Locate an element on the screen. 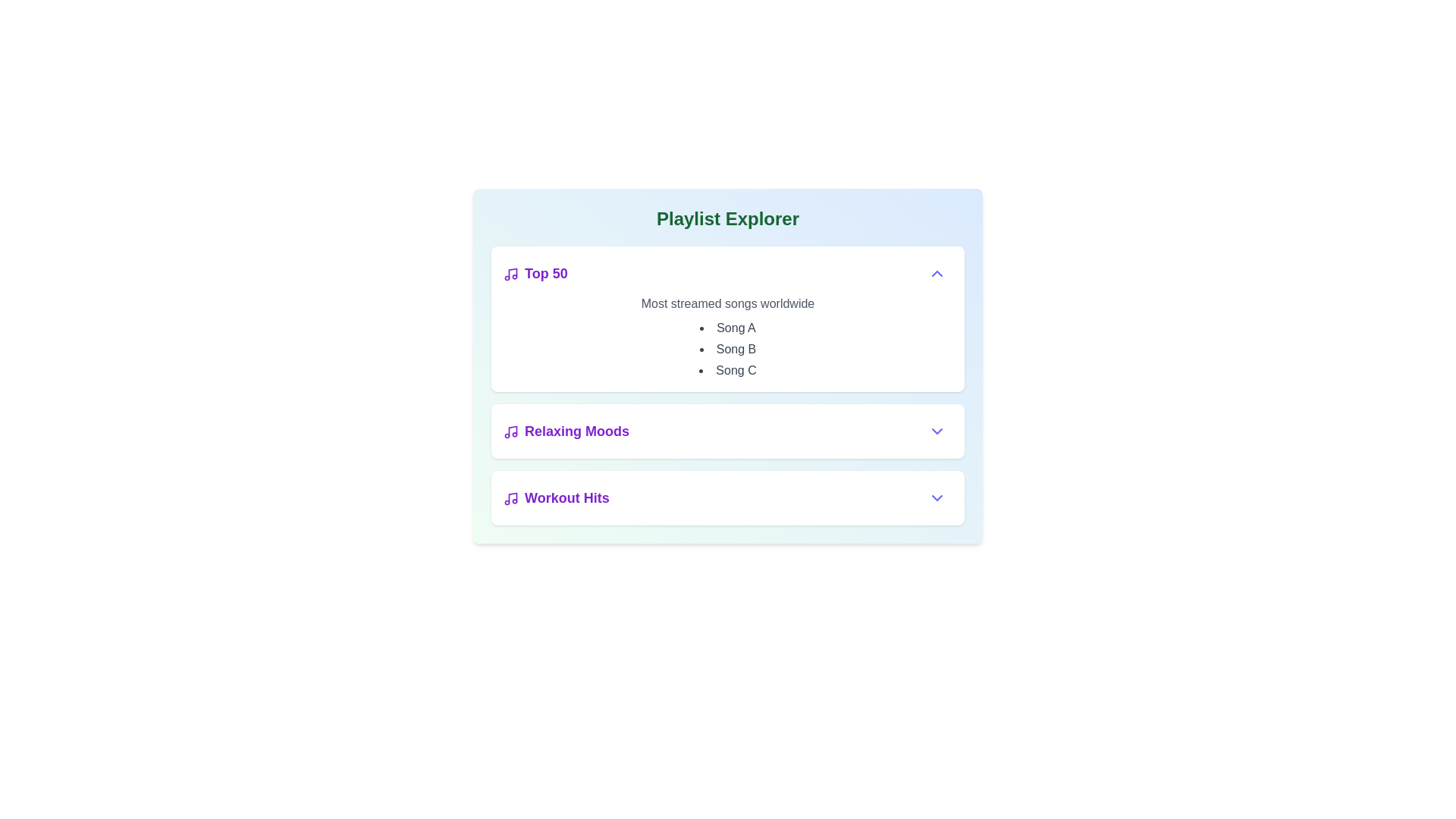 This screenshot has height=819, width=1456. the playlist Relaxing Moods to toggle its expanded state is located at coordinates (566, 431).